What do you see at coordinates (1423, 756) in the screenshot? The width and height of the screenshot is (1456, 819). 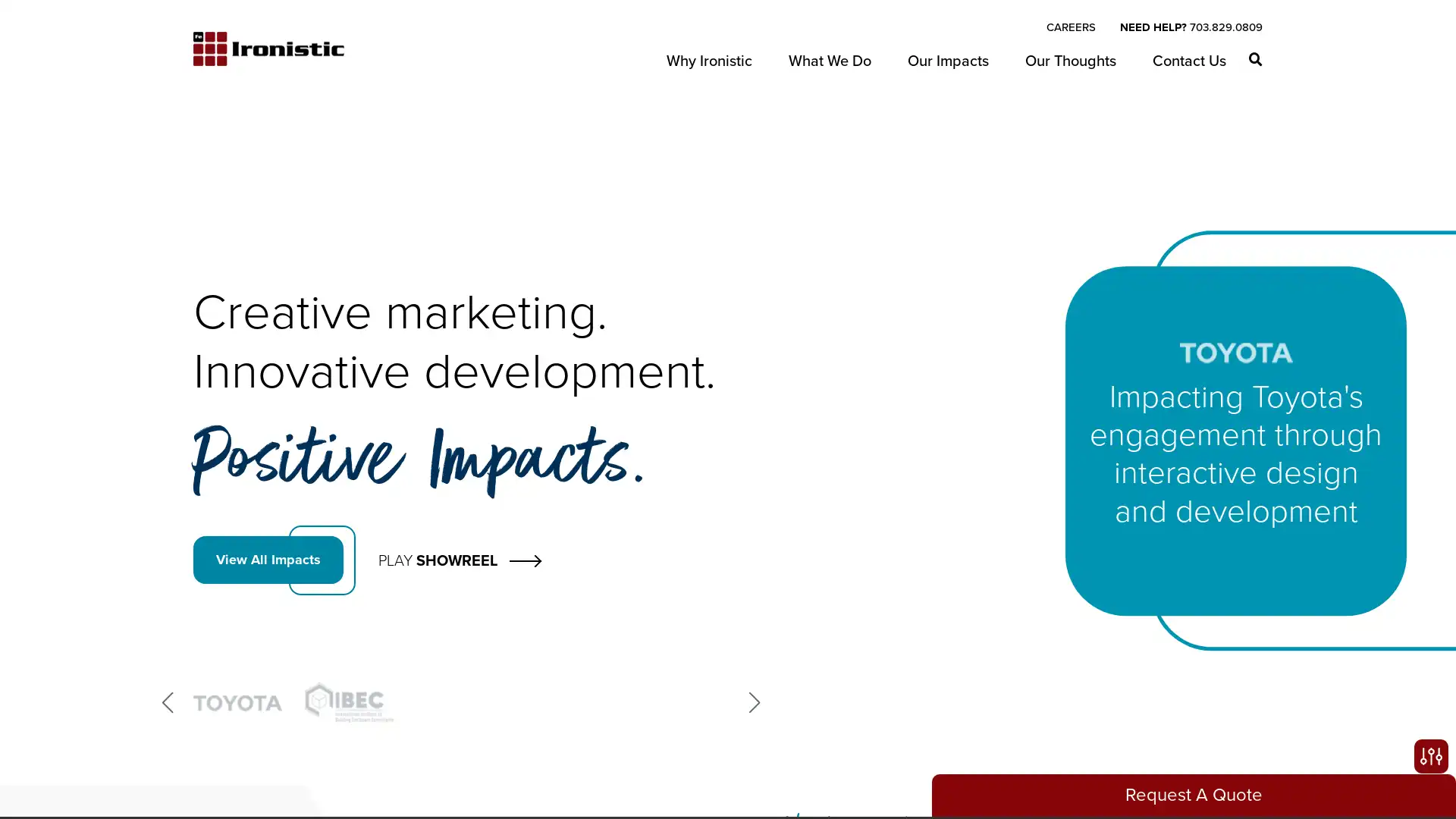 I see `Open accessibility options, statement and help` at bounding box center [1423, 756].